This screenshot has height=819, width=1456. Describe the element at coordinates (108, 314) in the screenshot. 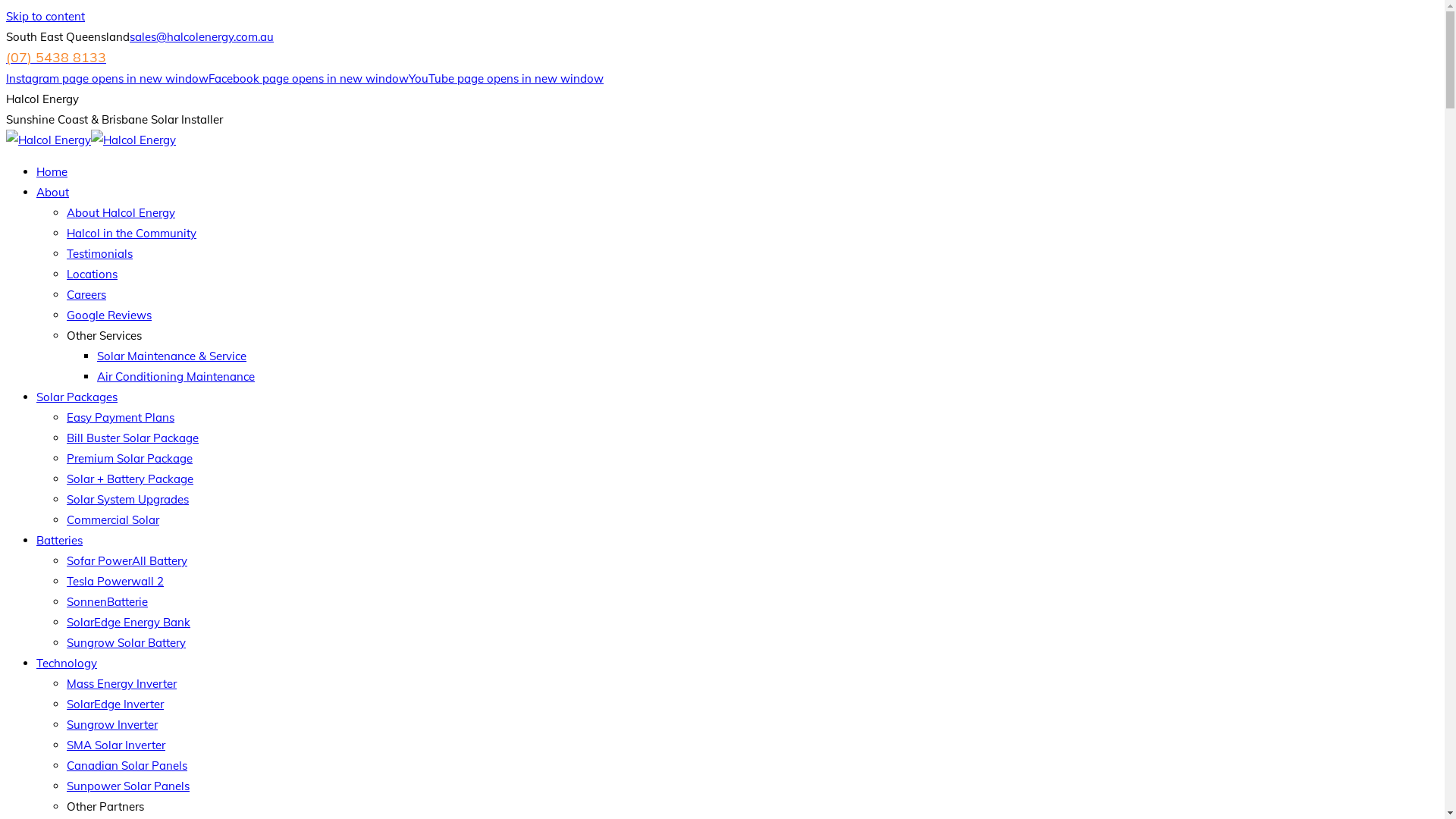

I see `'Google Reviews'` at that location.